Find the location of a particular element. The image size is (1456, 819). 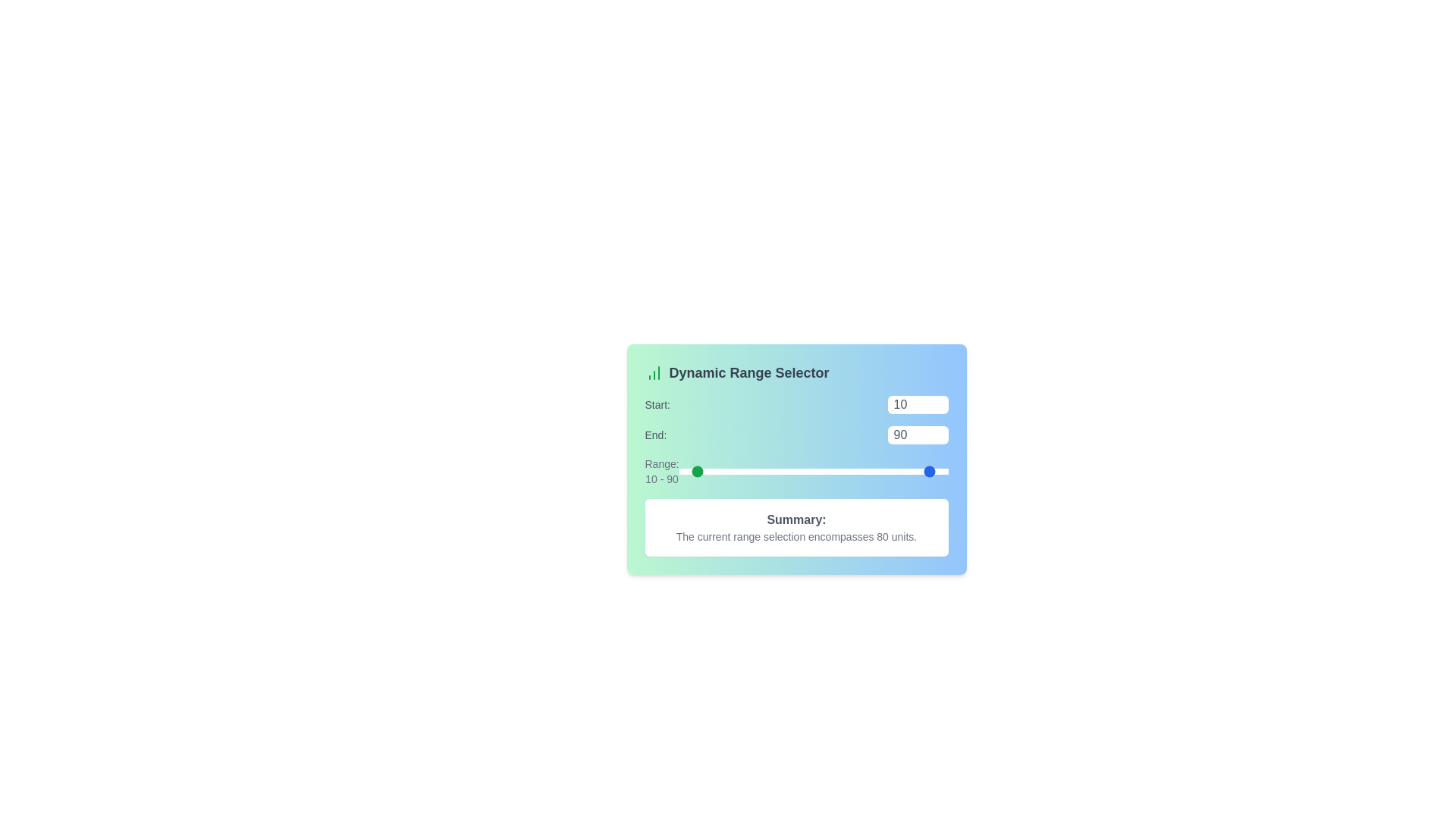

the 'Start' range slider to 4 is located at coordinates (683, 470).